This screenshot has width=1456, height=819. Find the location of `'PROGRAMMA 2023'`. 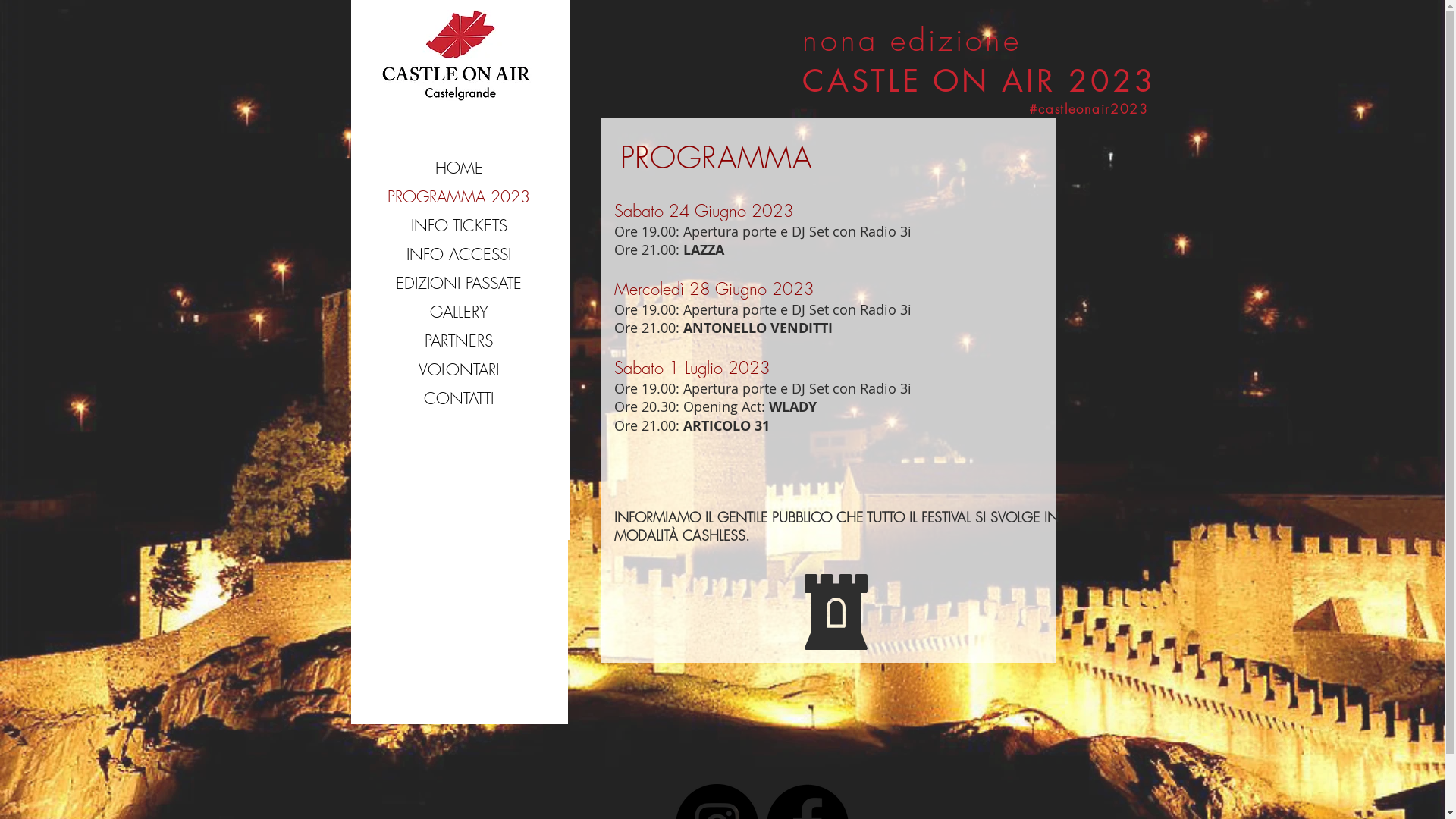

'PROGRAMMA 2023' is located at coordinates (457, 196).